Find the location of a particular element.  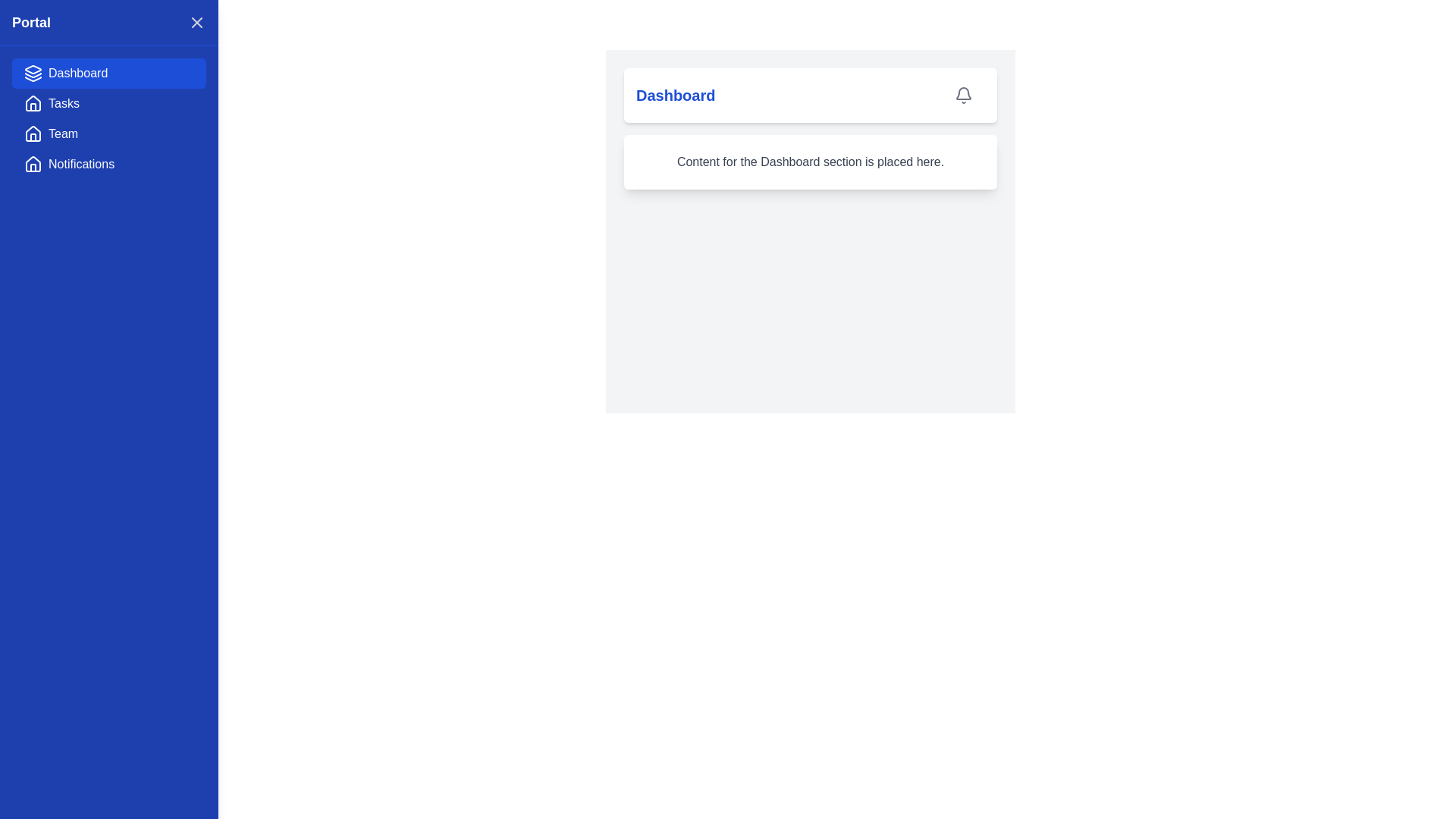

the 'Dashboard' navigation item in the sidebar menu is located at coordinates (108, 73).